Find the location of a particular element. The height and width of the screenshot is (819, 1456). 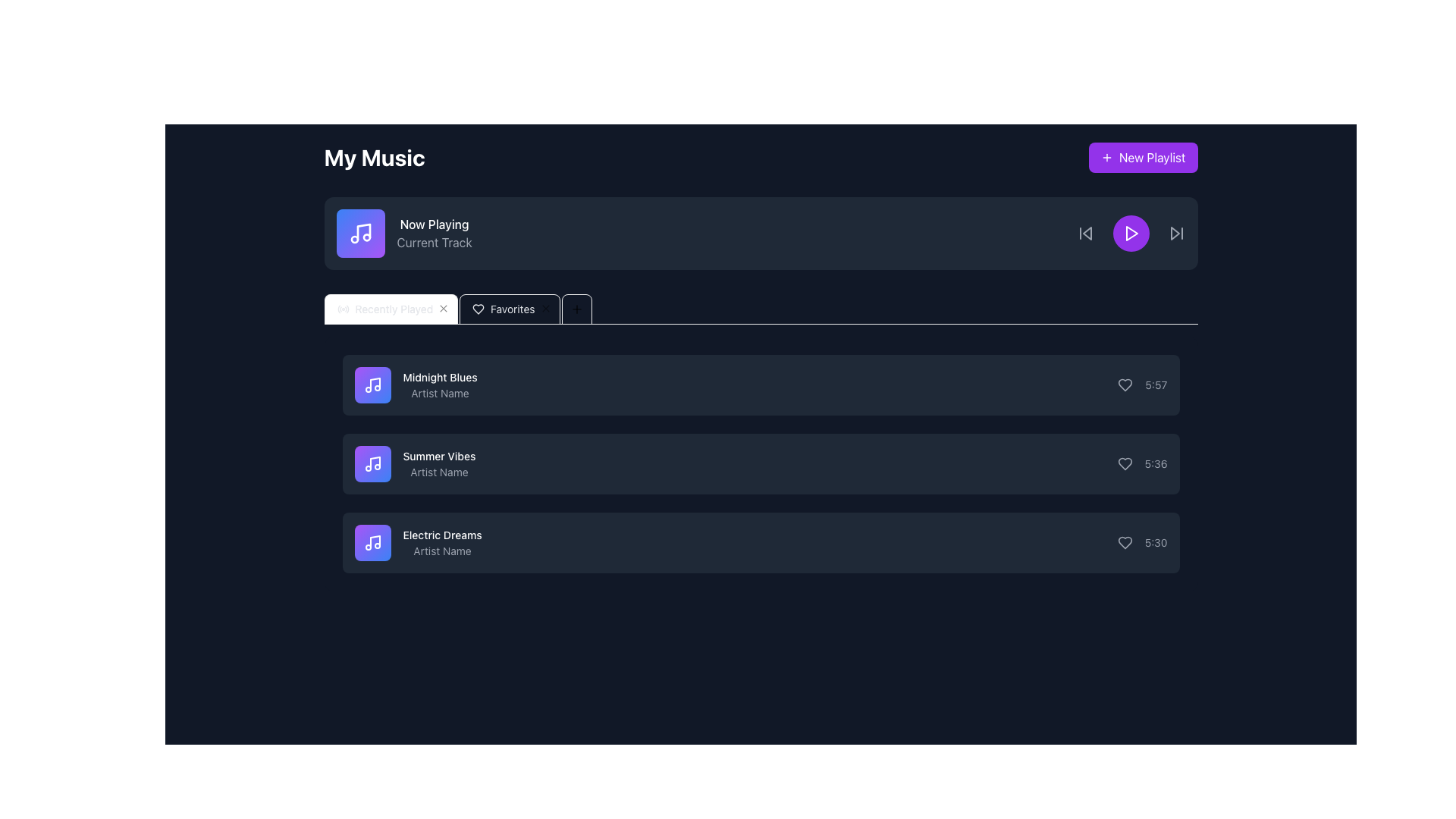

text displayed in the Information display section, which shows 'Now Playing' in bold white font and 'Current Track' in gray font, located to the right of the music note icon is located at coordinates (403, 234).